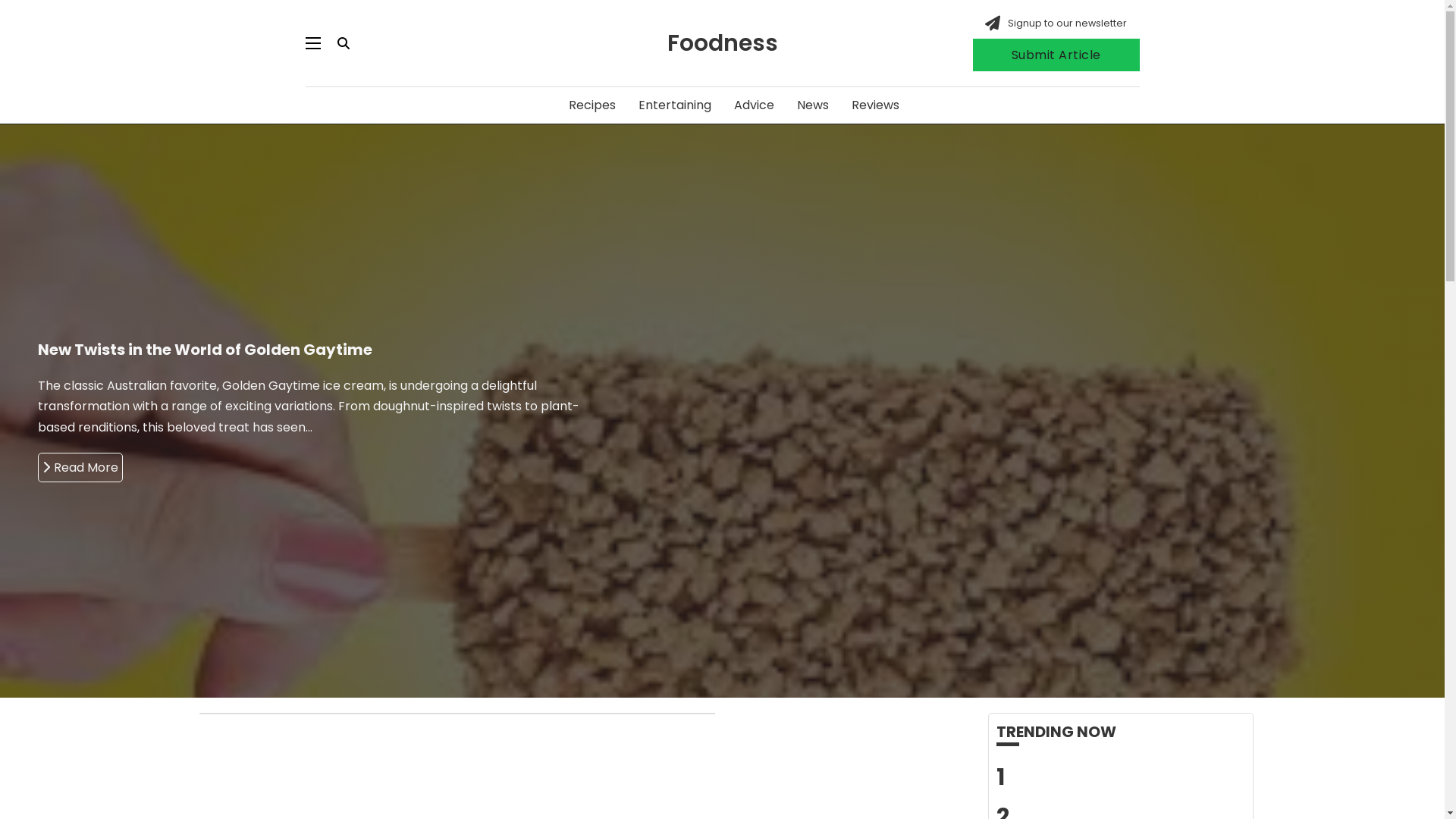 The height and width of the screenshot is (819, 1456). Describe the element at coordinates (754, 104) in the screenshot. I see `'Advice'` at that location.